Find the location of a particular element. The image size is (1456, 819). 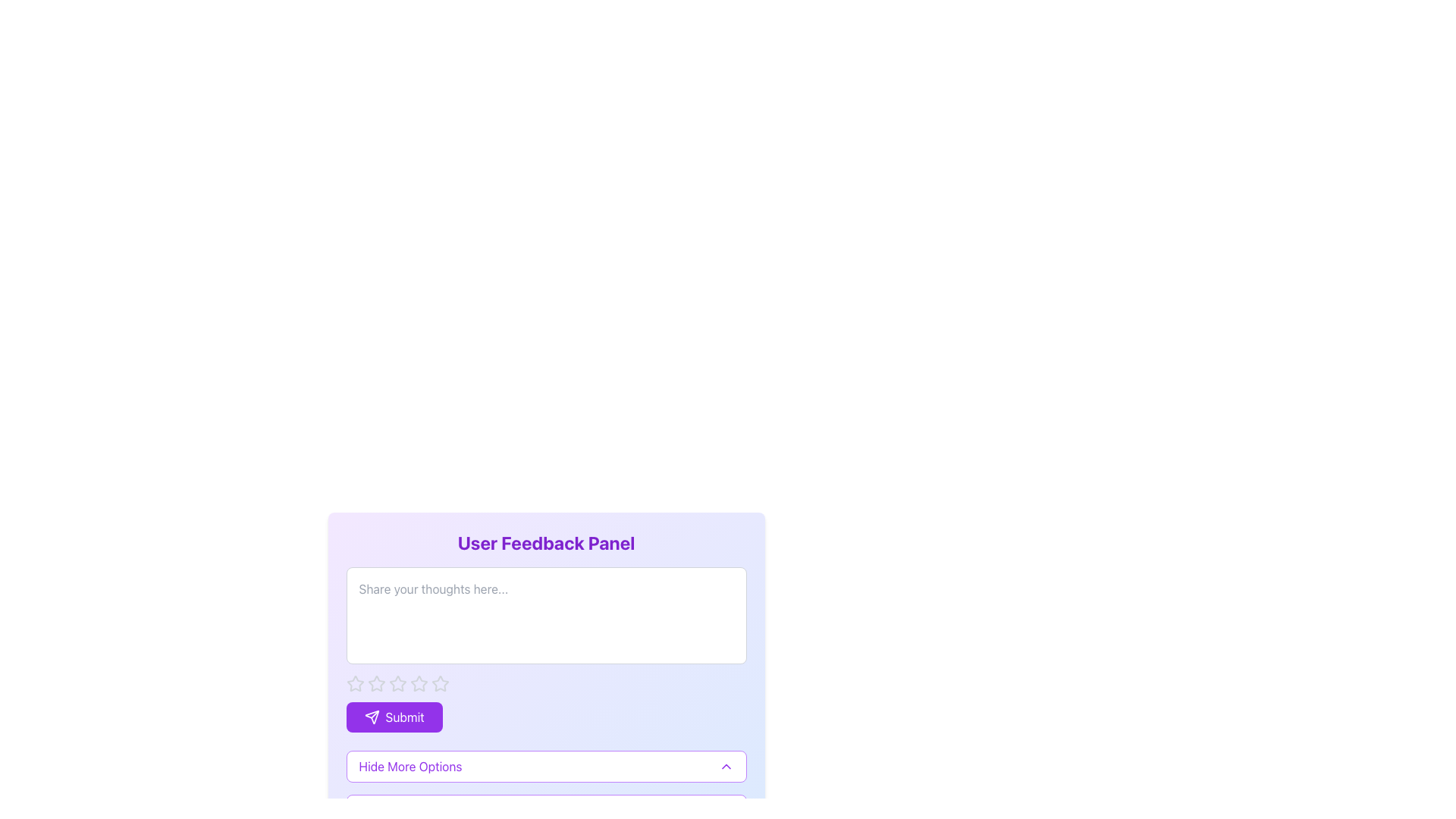

the 'User Feedback Panel' text header, which is prominently displayed in bold, large purple font at the top of the panel layout is located at coordinates (546, 542).